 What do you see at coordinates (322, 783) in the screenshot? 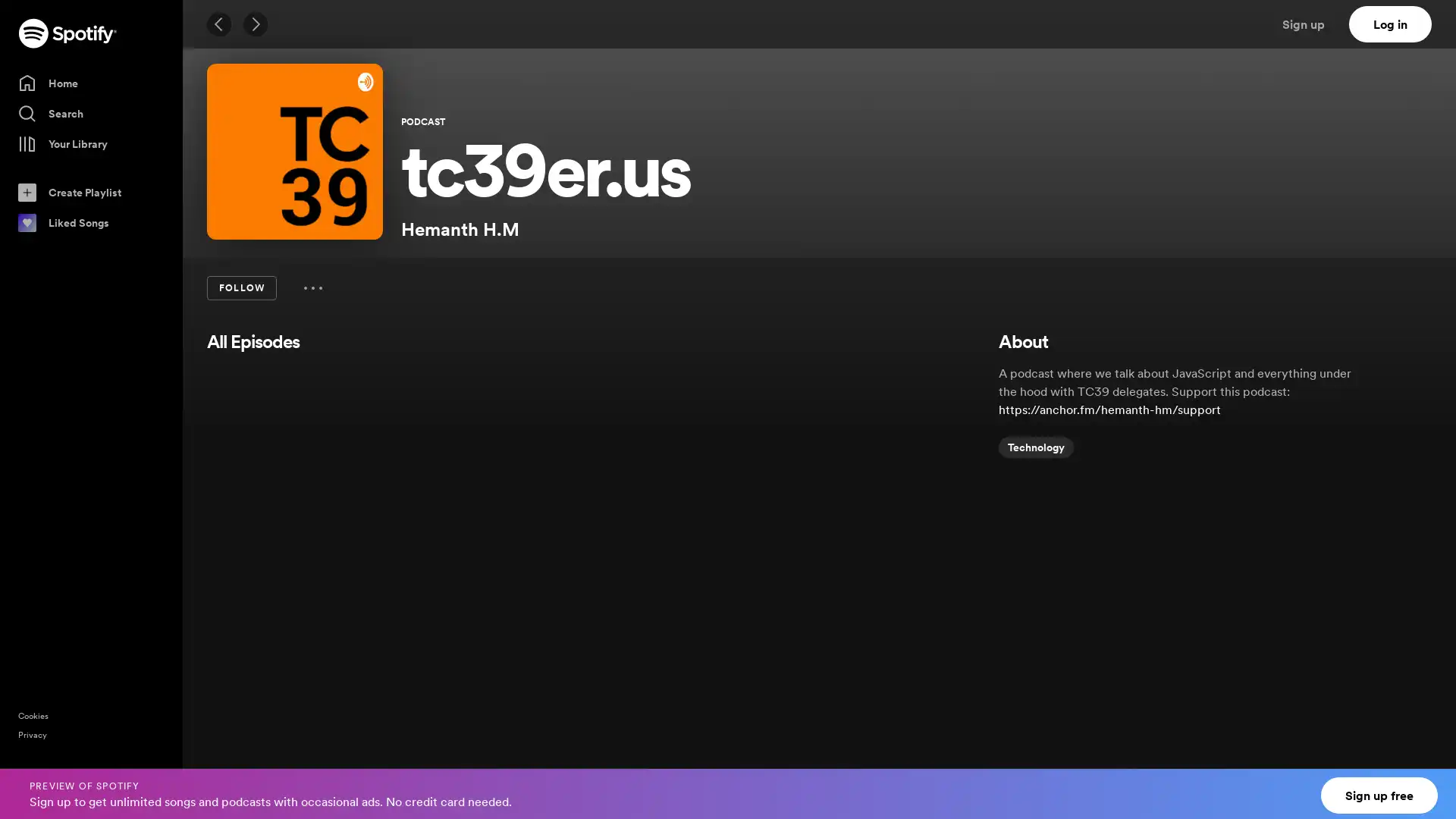
I see `Play J. S. Choi, MD by tc39er.us` at bounding box center [322, 783].